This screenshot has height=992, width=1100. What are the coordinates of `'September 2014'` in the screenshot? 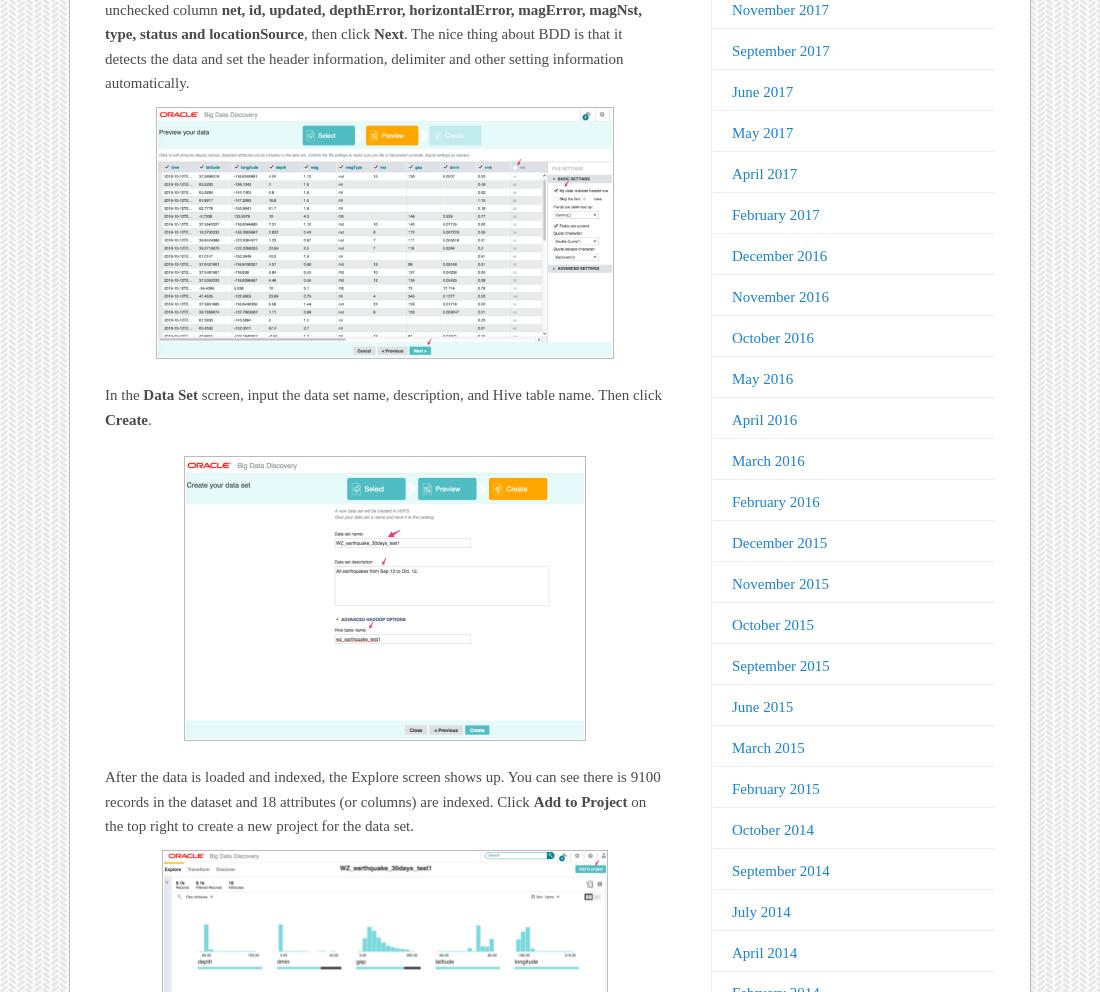 It's located at (780, 869).